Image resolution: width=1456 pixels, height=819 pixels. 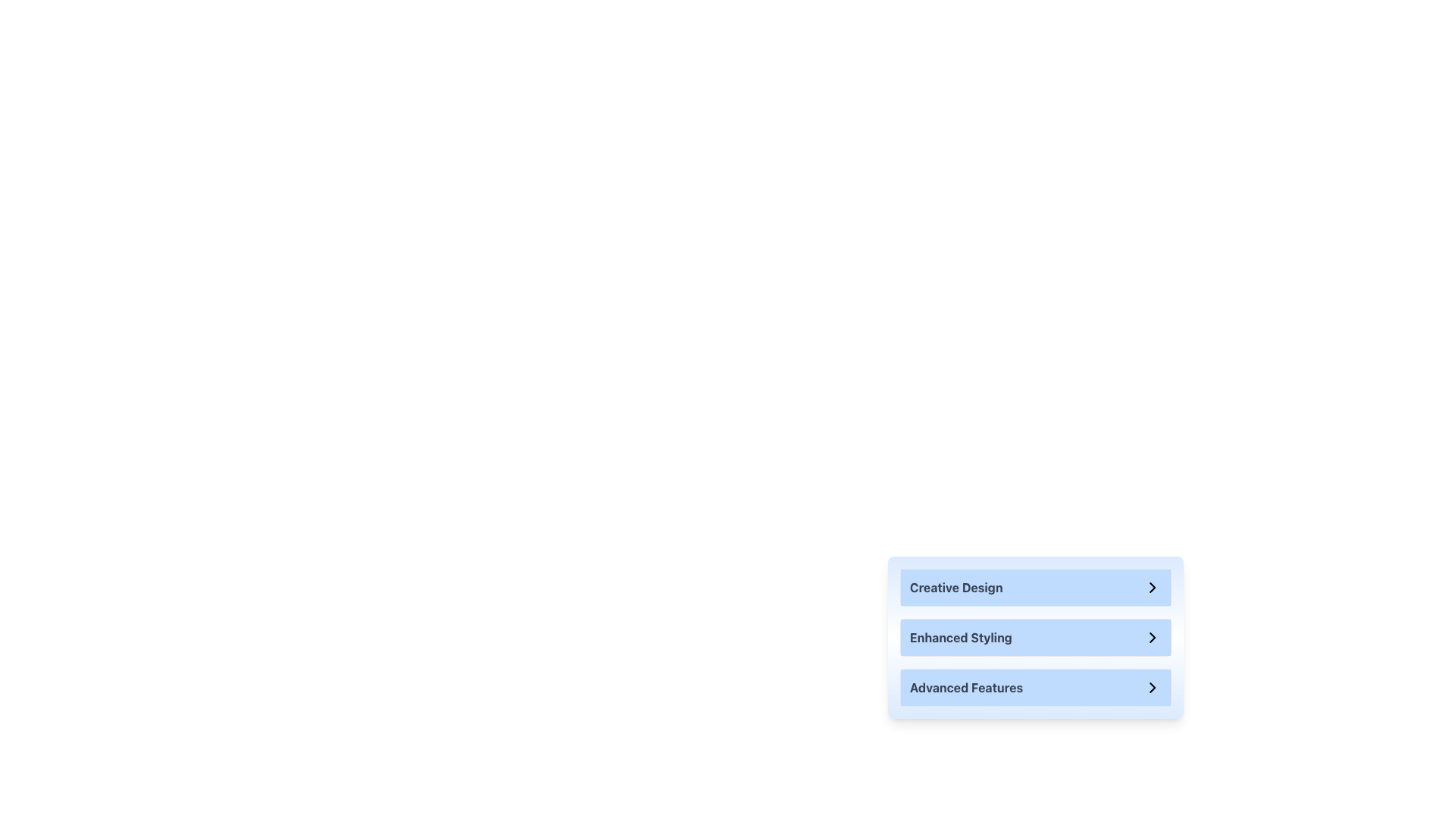 What do you see at coordinates (960, 637) in the screenshot?
I see `text of the Text Label indicating the title of the corresponding interactive section, located below 'Creative Design' and above 'Advanced Features' in the interface` at bounding box center [960, 637].